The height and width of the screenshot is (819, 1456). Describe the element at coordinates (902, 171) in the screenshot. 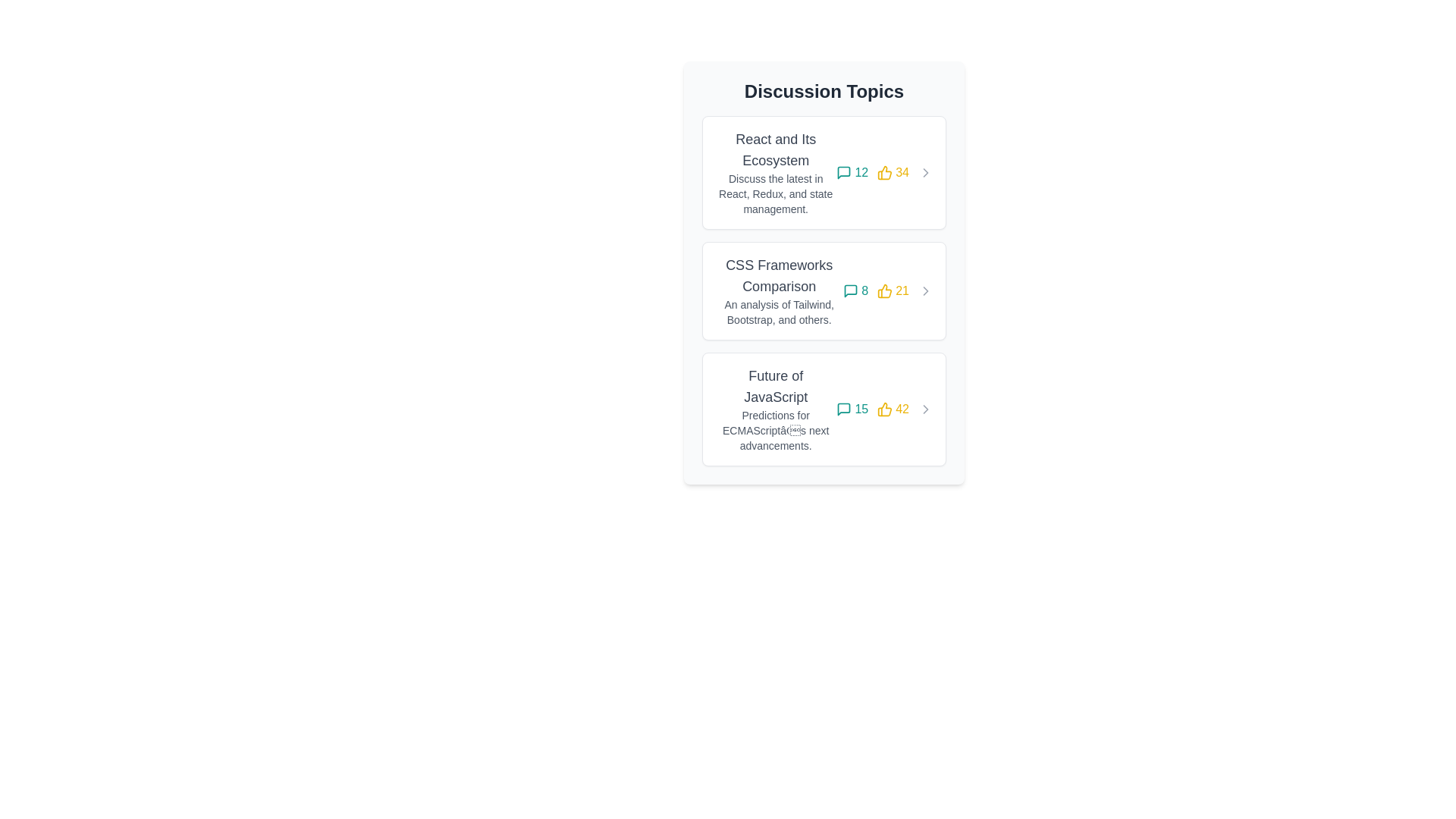

I see `the text label indicating numerical count for likes or votes located in the top-right portion of the first discussion card, next to the thumbs-up icon` at that location.